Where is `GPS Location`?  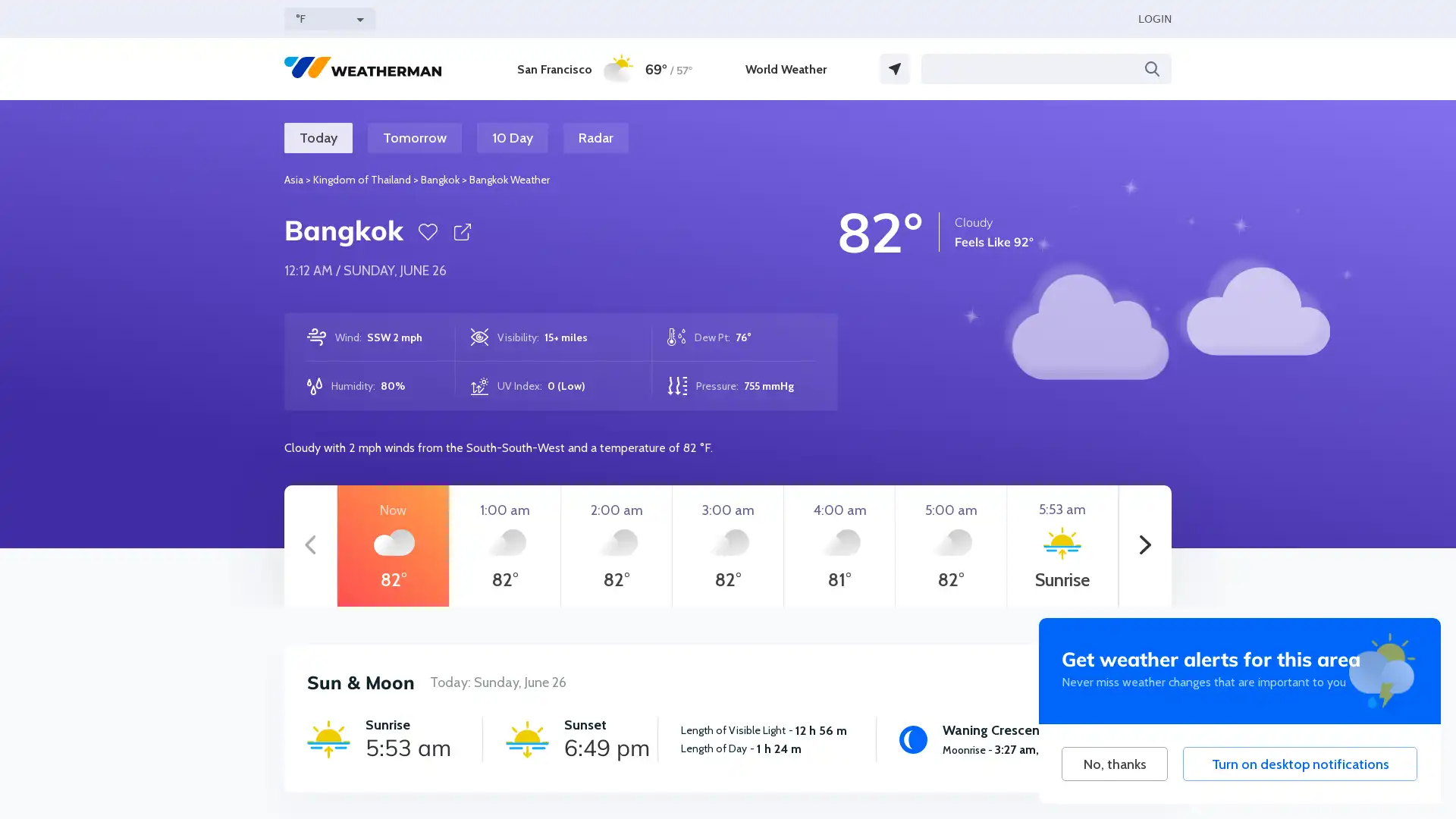 GPS Location is located at coordinates (895, 69).